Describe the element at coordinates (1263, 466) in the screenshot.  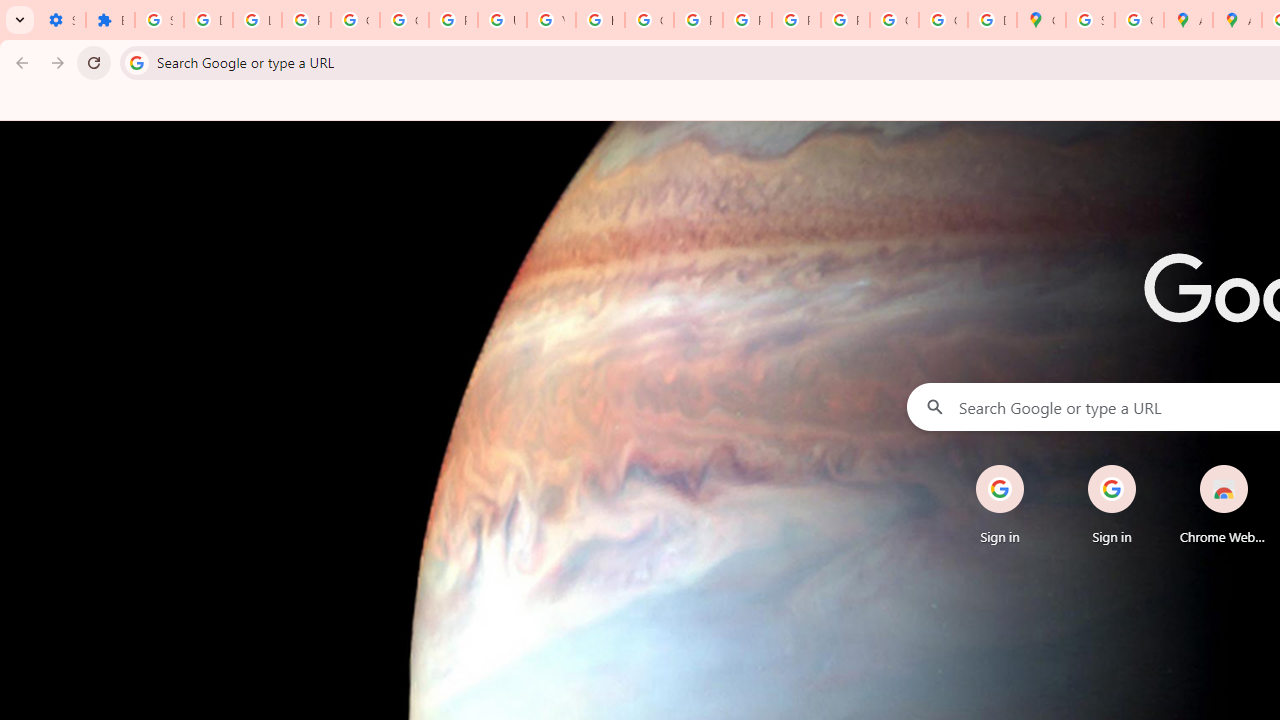
I see `'Remove'` at that location.